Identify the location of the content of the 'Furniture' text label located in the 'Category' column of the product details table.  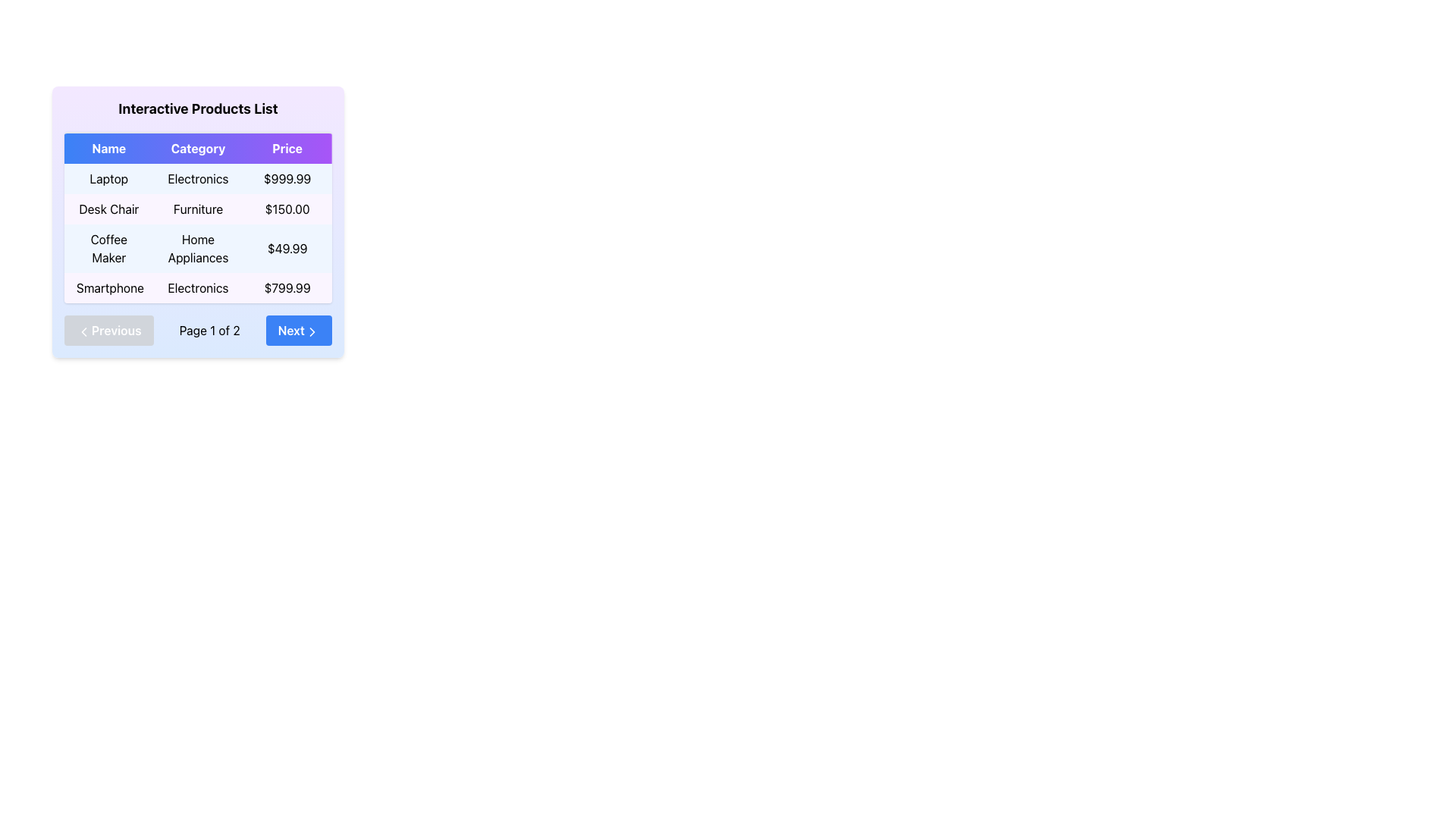
(197, 209).